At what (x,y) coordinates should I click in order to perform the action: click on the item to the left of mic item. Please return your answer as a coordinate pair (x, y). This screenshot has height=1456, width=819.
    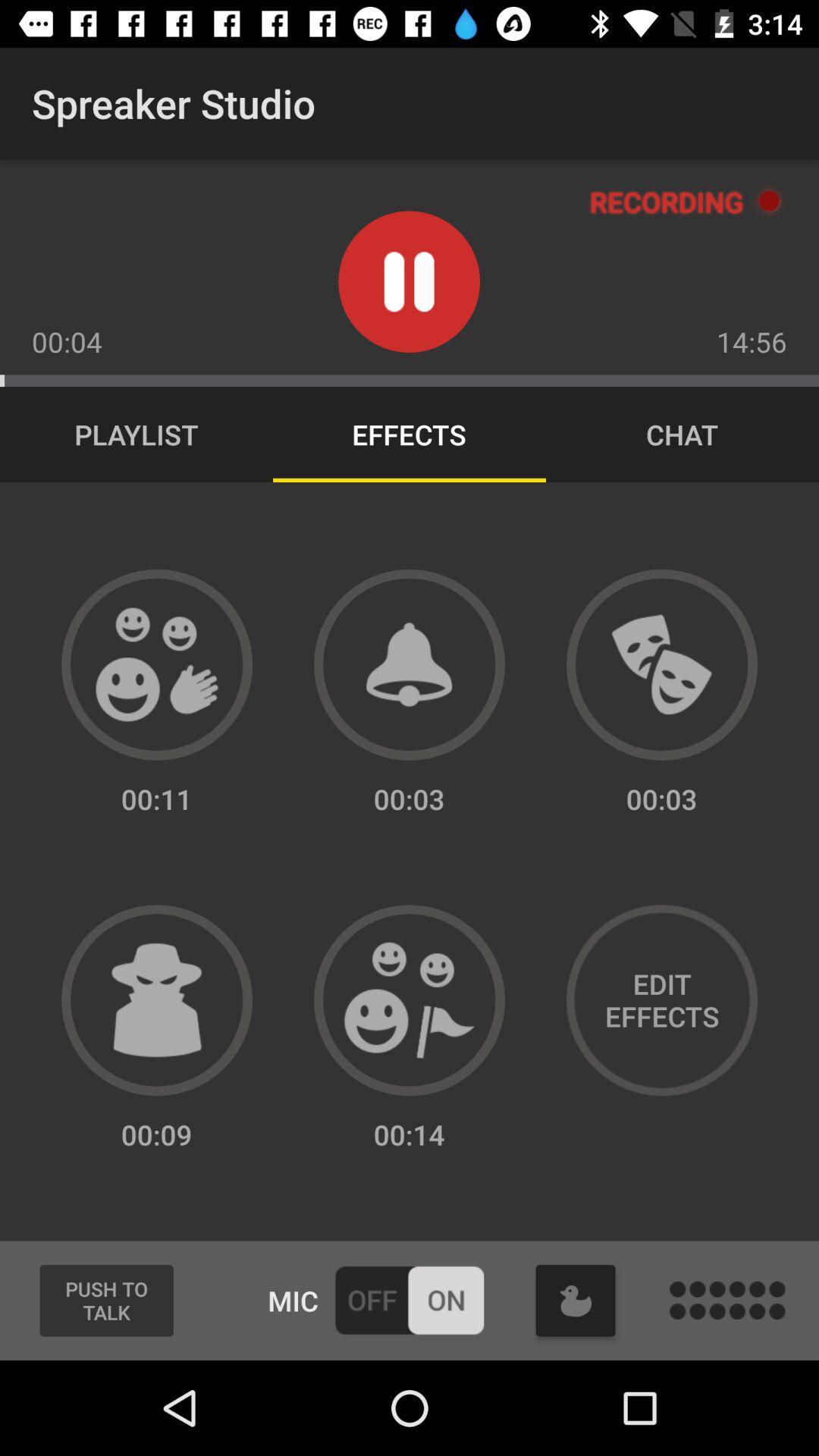
    Looking at the image, I should click on (105, 1300).